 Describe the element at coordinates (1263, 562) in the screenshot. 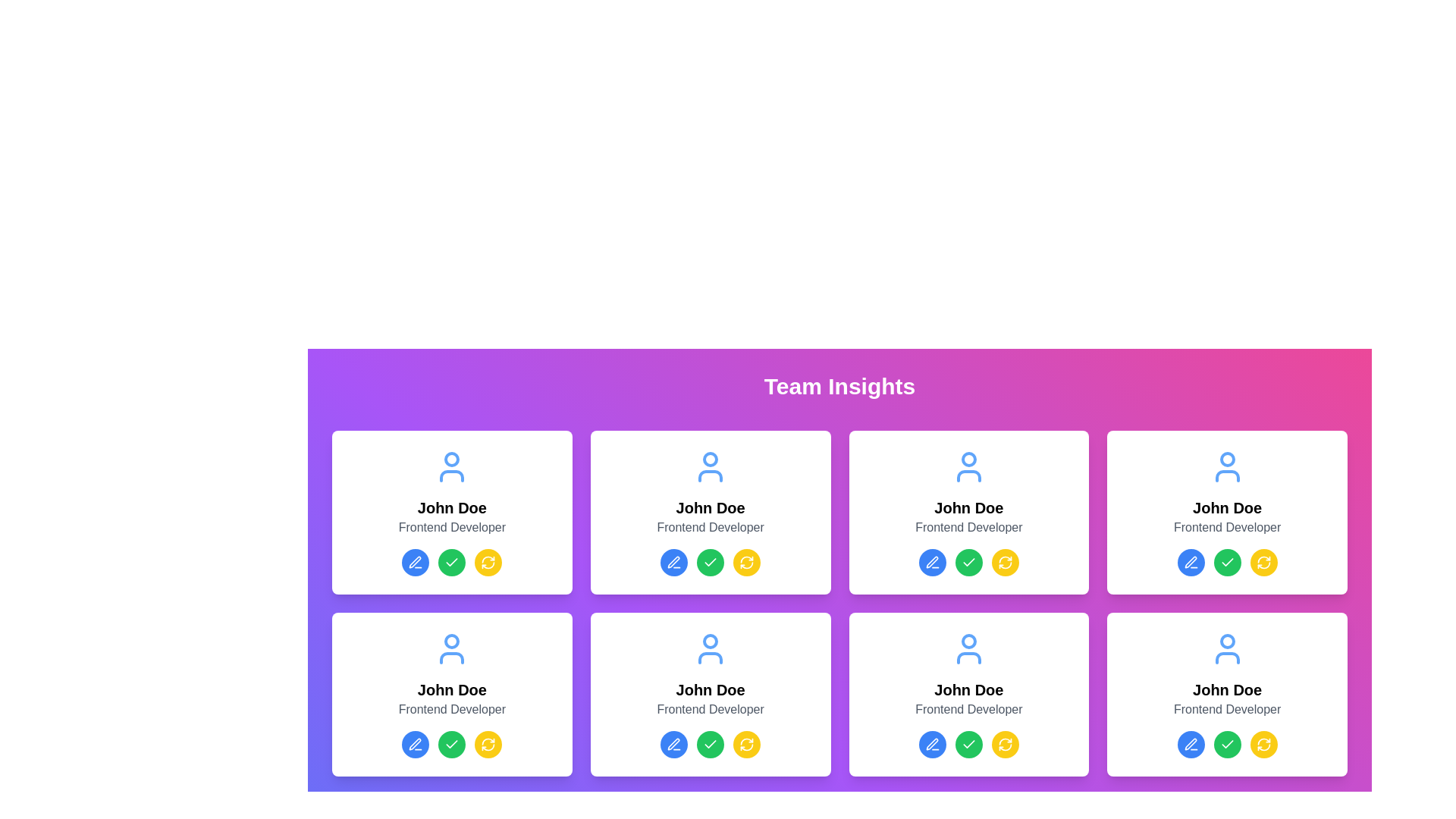

I see `the third button in the action set located at the bottom-right corner of the card` at that location.